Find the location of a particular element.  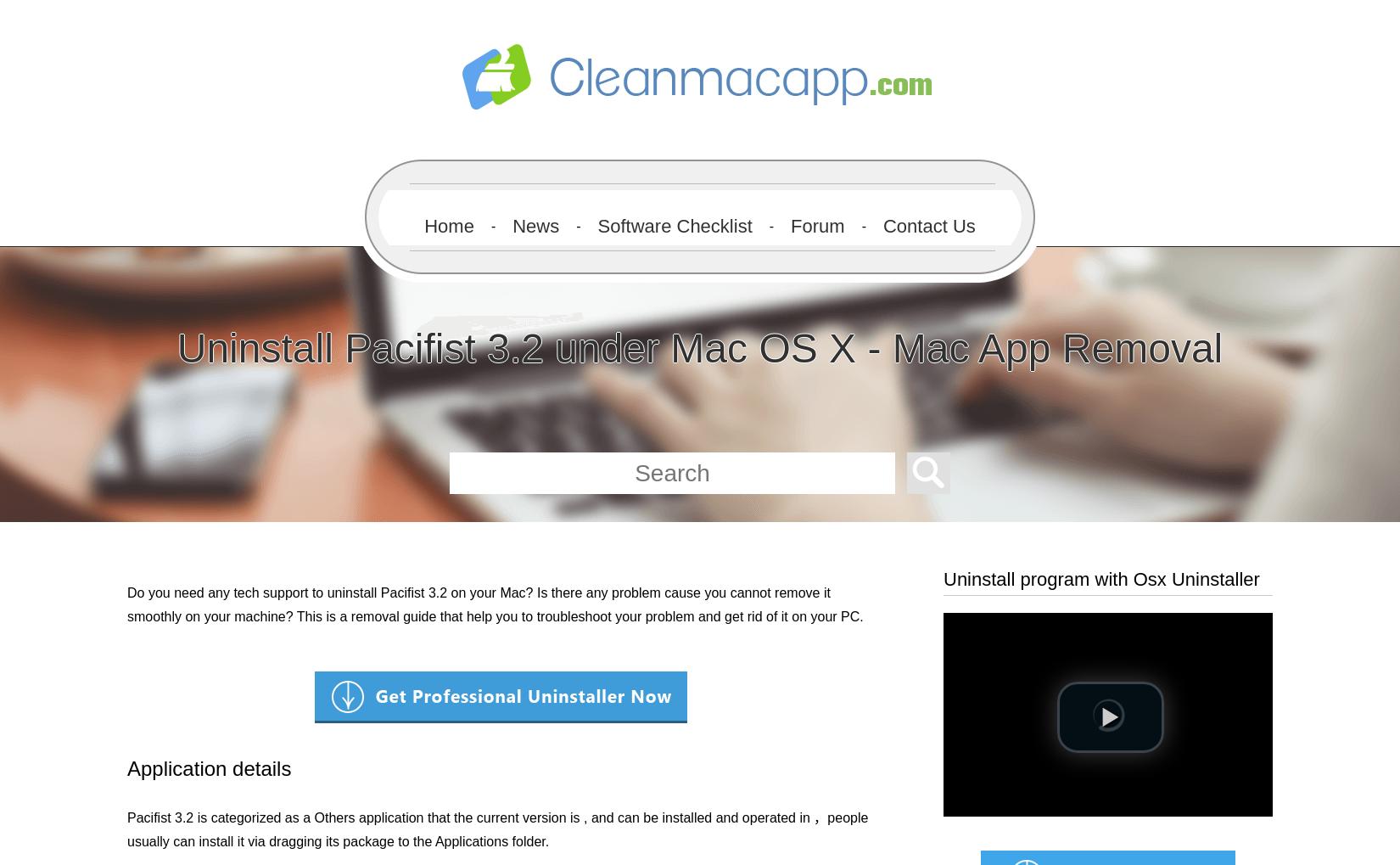

'News' is located at coordinates (535, 226).